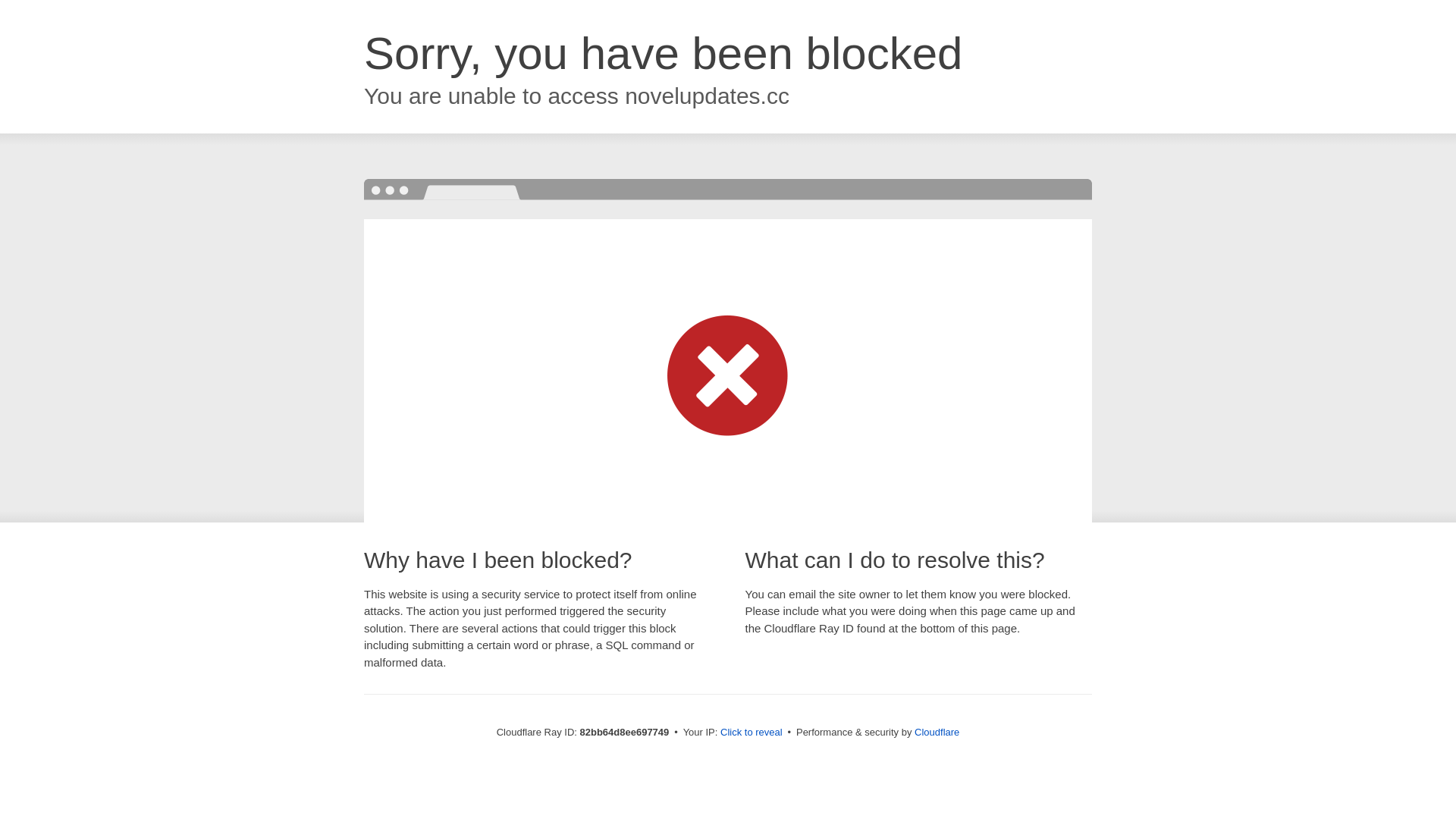  What do you see at coordinates (936, 731) in the screenshot?
I see `'Cloudflare'` at bounding box center [936, 731].